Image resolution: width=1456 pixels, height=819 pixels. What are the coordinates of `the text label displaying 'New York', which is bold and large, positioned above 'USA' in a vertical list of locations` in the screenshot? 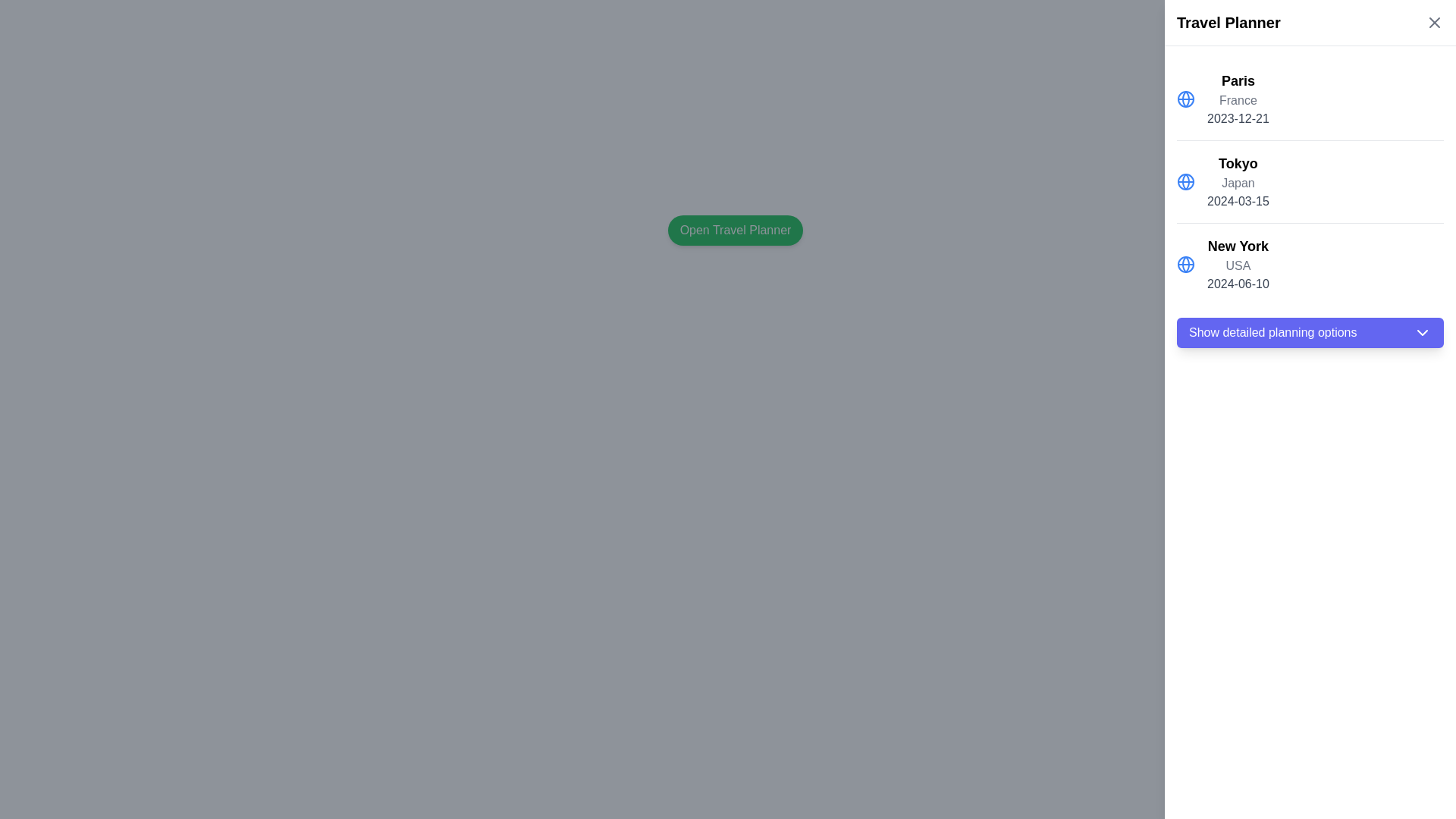 It's located at (1238, 245).